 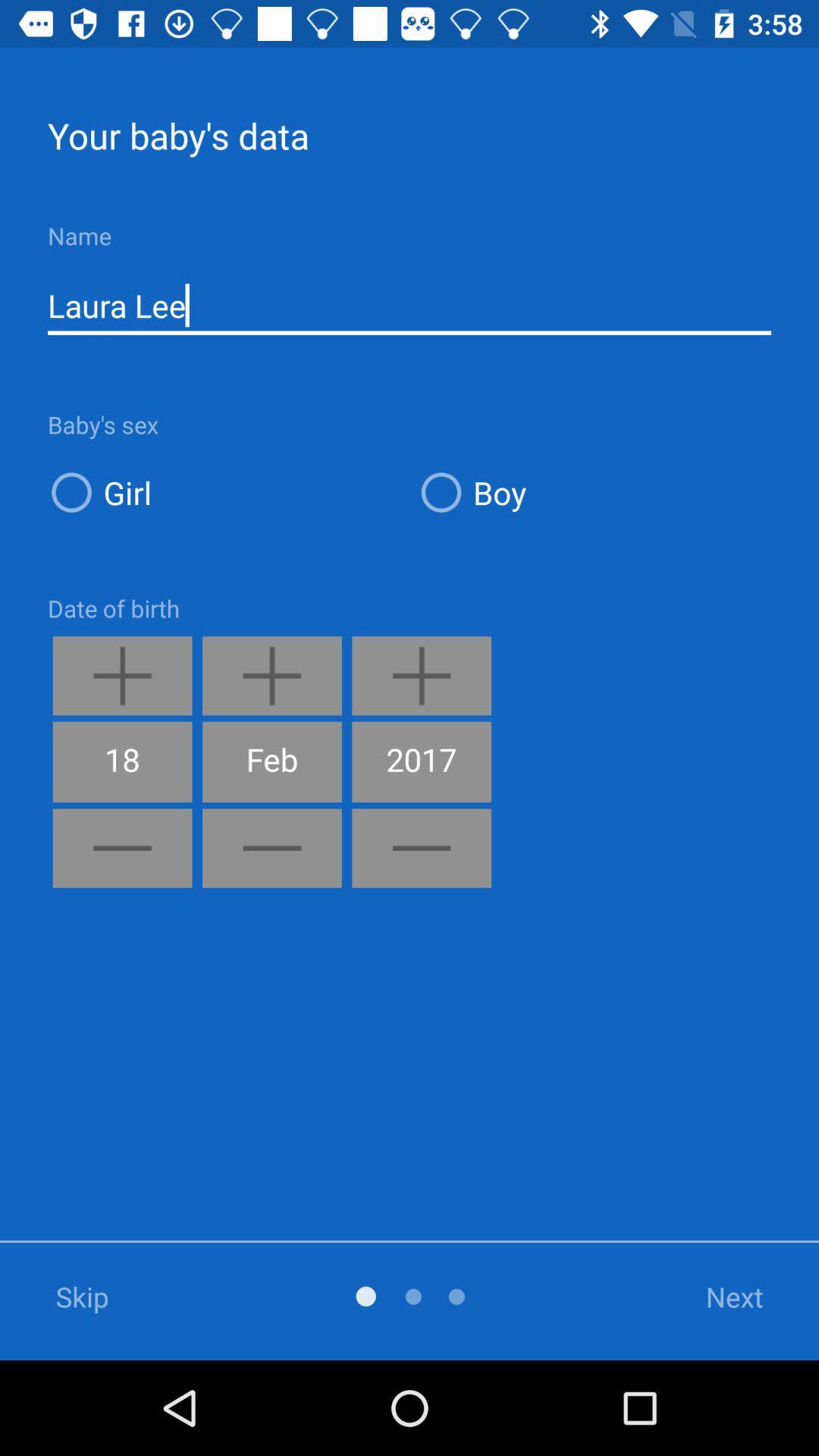 What do you see at coordinates (224, 492) in the screenshot?
I see `girl icon` at bounding box center [224, 492].